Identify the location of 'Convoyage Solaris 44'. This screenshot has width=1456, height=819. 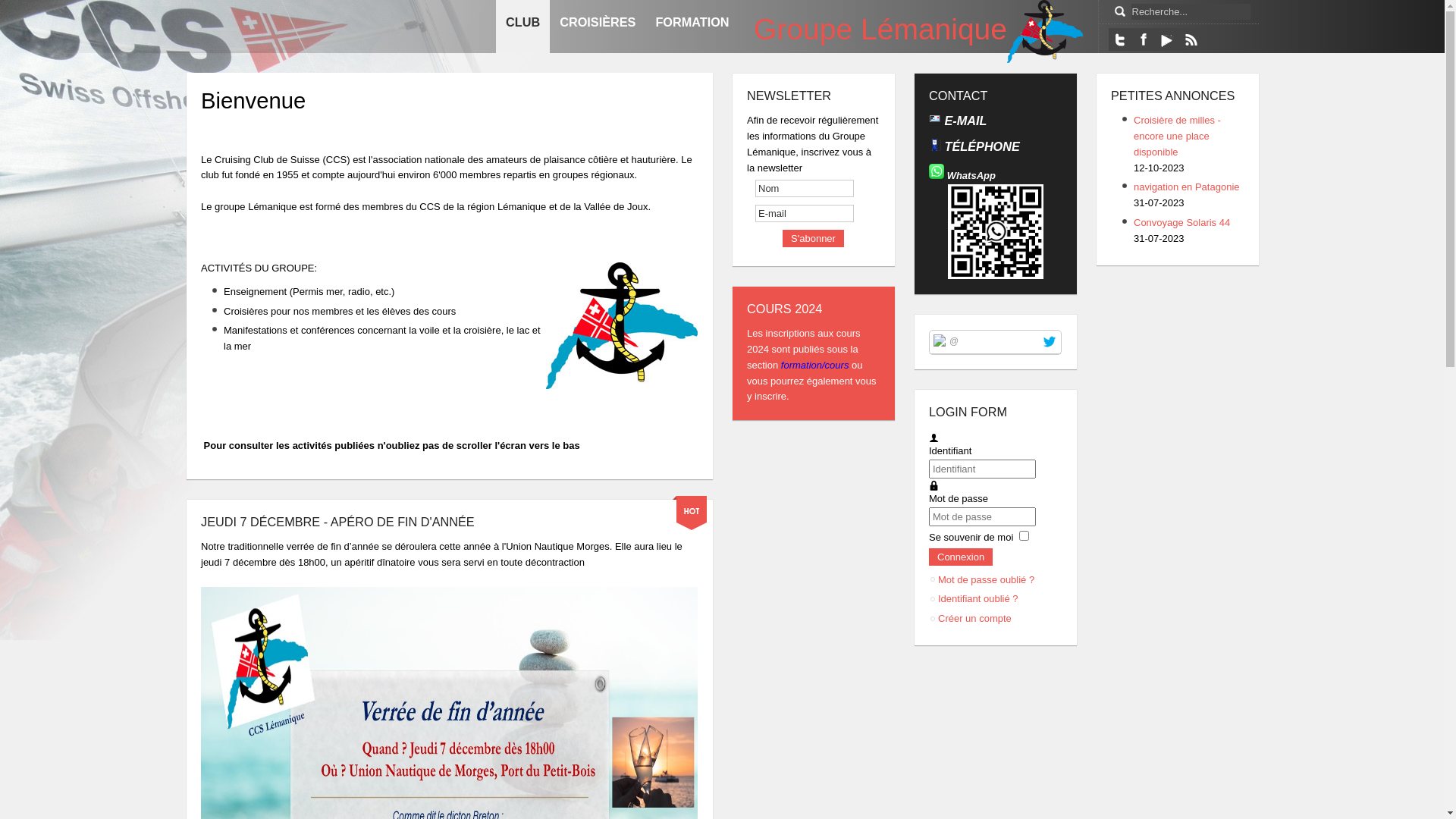
(1181, 222).